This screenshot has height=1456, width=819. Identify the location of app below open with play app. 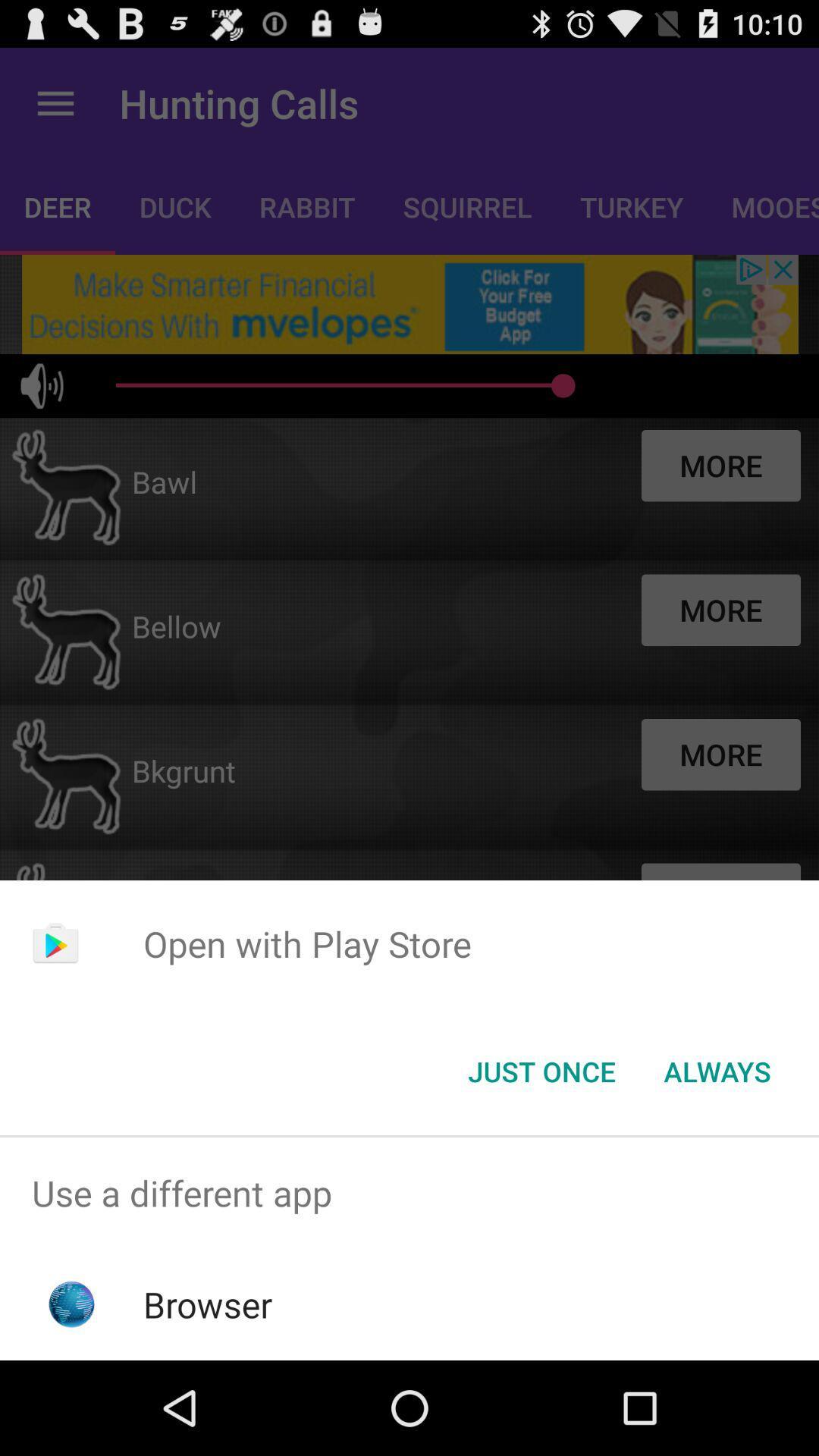
(717, 1070).